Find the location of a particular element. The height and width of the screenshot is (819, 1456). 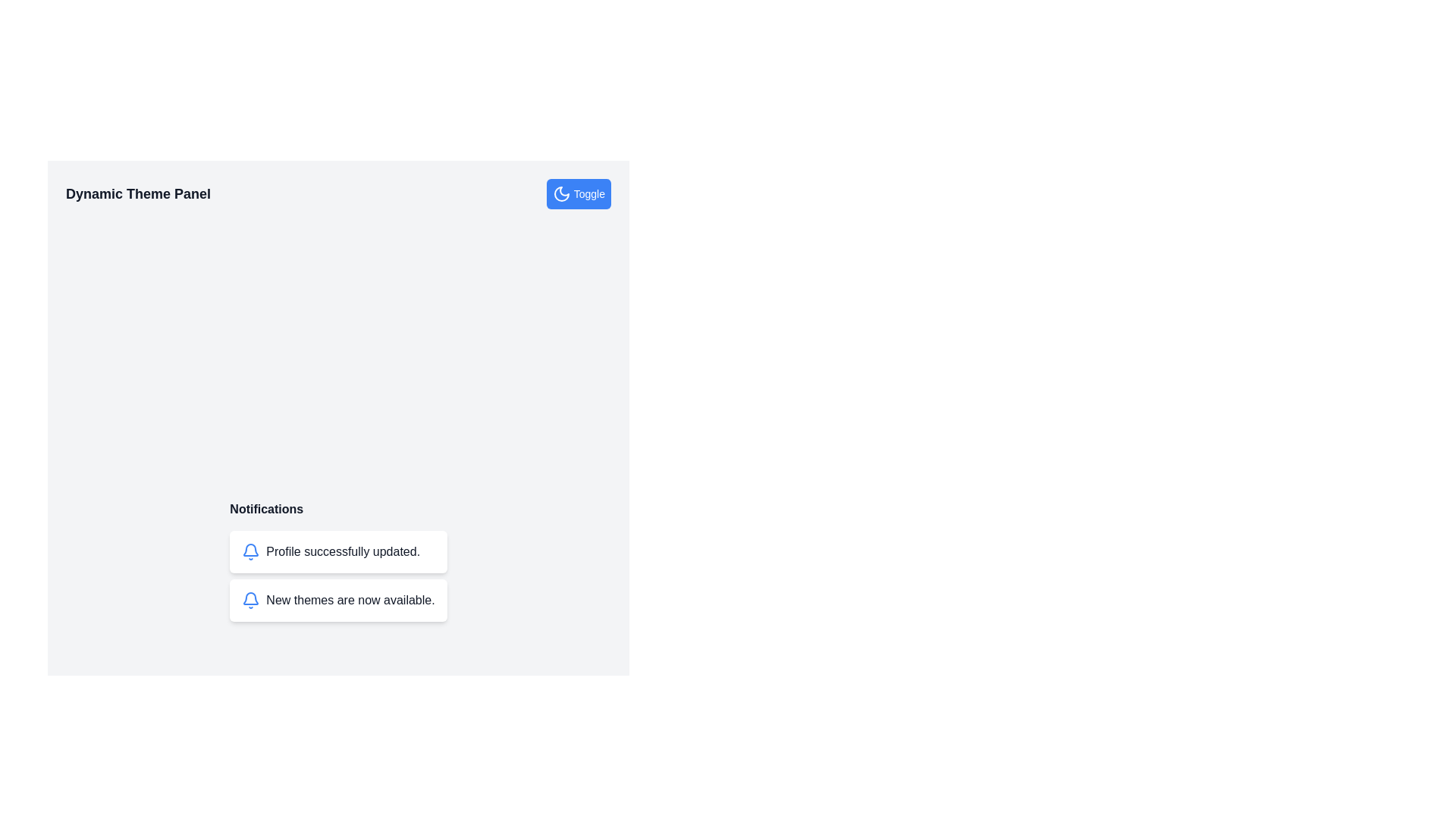

the moon-shaped icon in the Dynamic Theme Panel, which visually indicates toggling between light and dark themes is located at coordinates (560, 193).